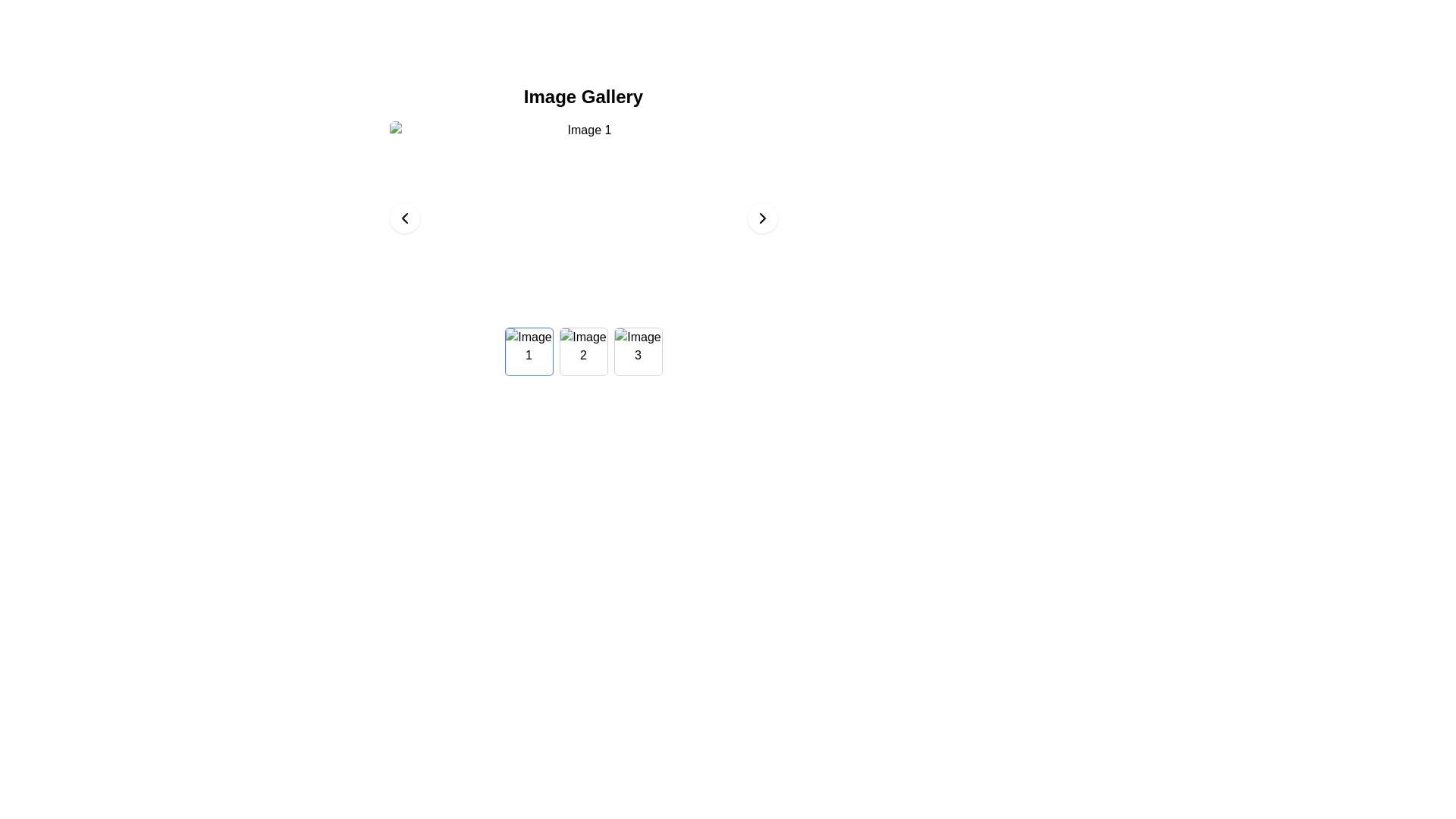 This screenshot has height=819, width=1456. What do you see at coordinates (529, 351) in the screenshot?
I see `the thumbnail image for 'Image 1' from the image gallery` at bounding box center [529, 351].